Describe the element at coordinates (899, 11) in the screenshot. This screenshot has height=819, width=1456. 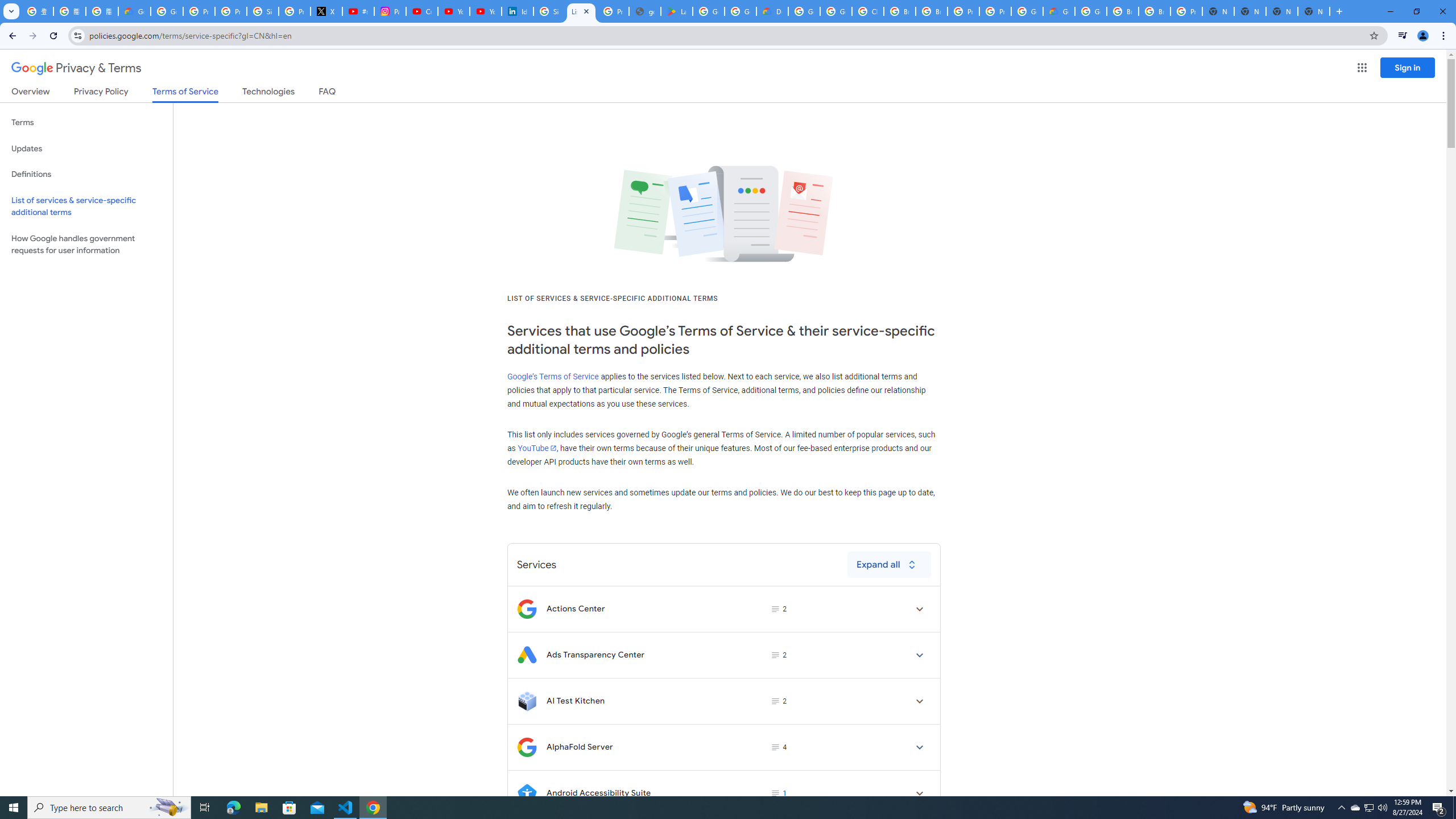
I see `'Browse Chrome as a guest - Computer - Google Chrome Help'` at that location.